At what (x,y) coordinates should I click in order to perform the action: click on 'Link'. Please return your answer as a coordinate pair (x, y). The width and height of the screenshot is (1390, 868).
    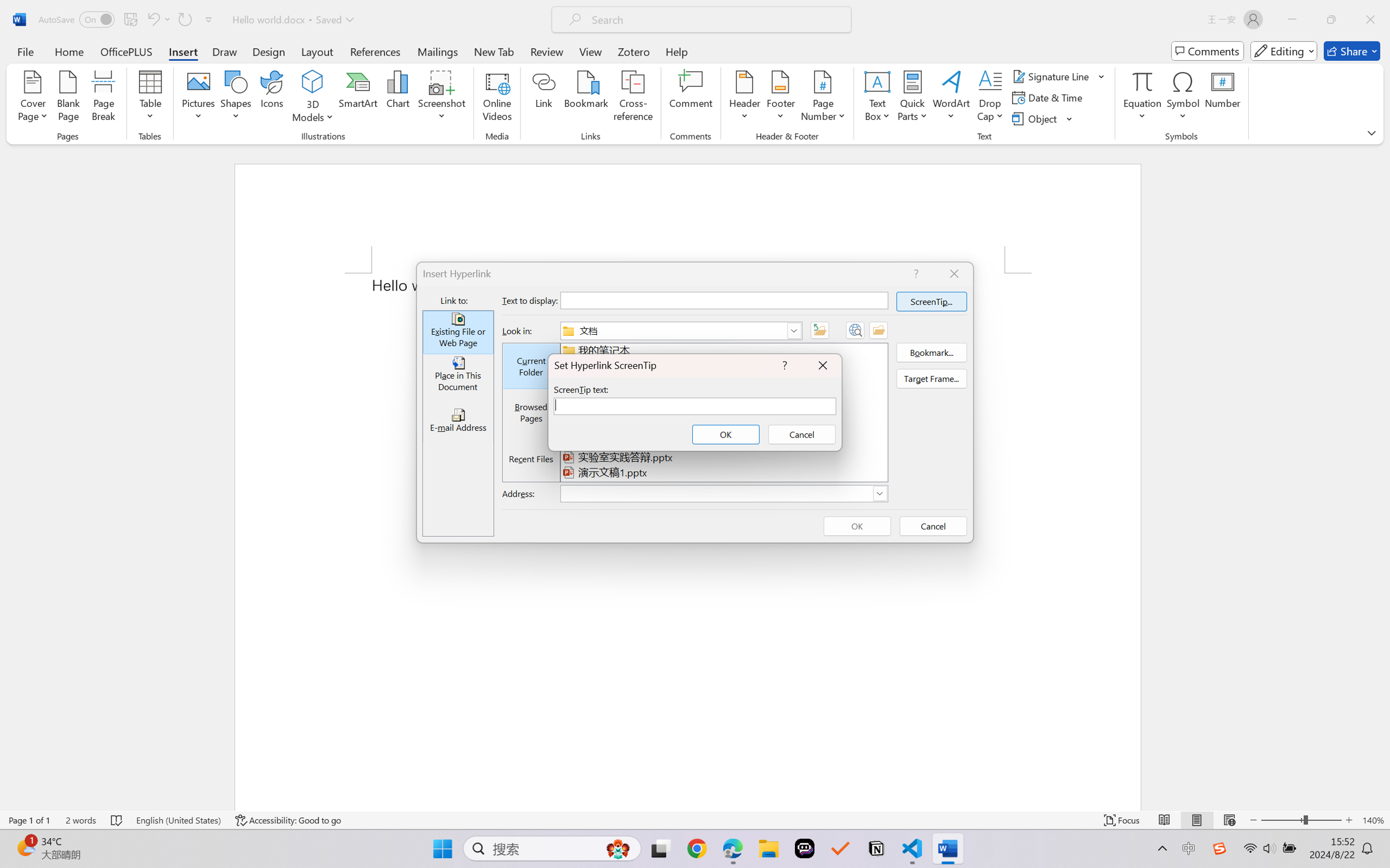
    Looking at the image, I should click on (543, 98).